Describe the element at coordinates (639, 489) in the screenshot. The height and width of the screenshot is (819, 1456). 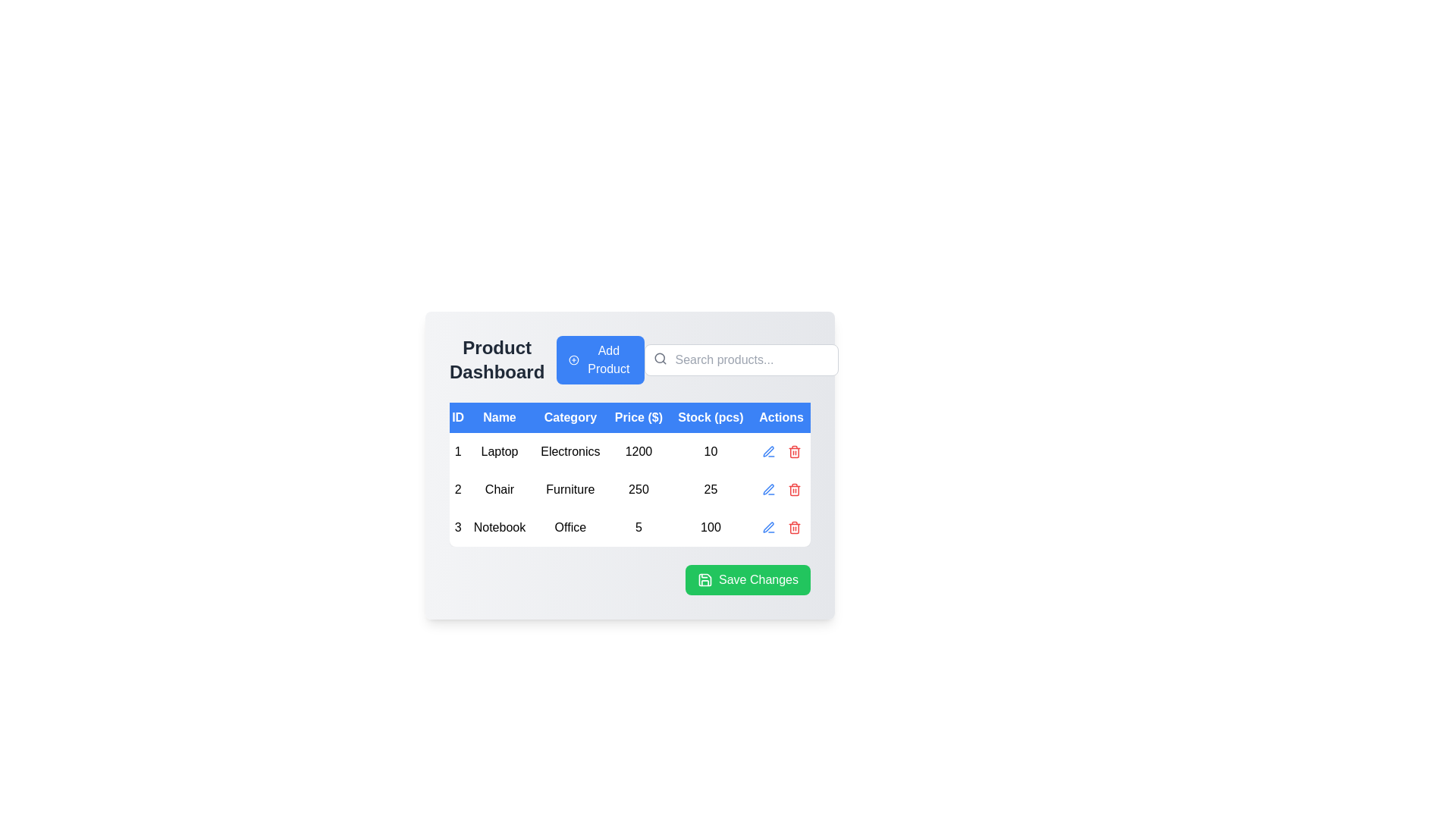
I see `the numeric text label '250' located in the 'Price ($)' column of the second row in the 'Product Dashboard' table` at that location.